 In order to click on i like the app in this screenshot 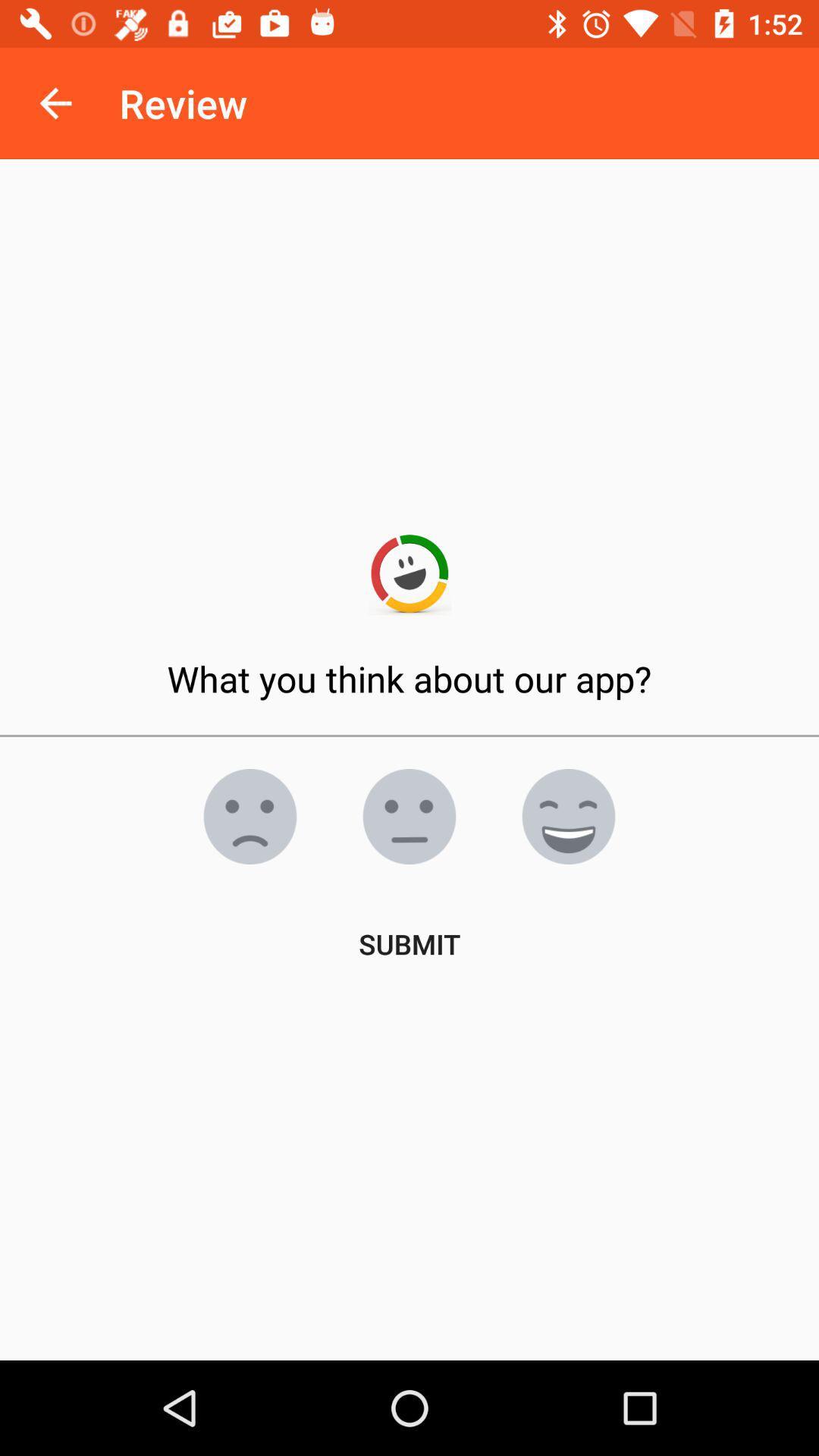, I will do `click(568, 815)`.